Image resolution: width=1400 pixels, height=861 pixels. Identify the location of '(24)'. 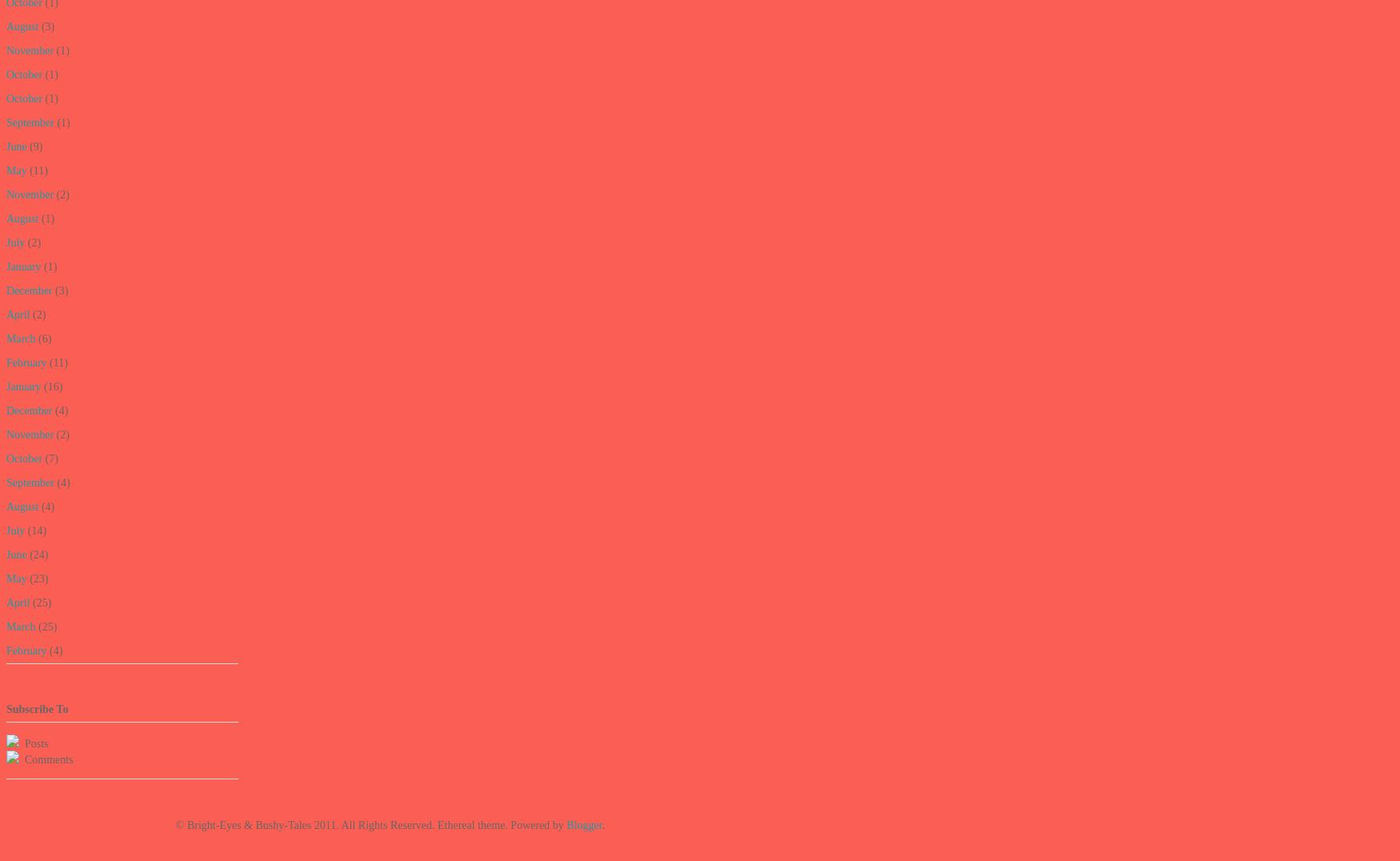
(26, 555).